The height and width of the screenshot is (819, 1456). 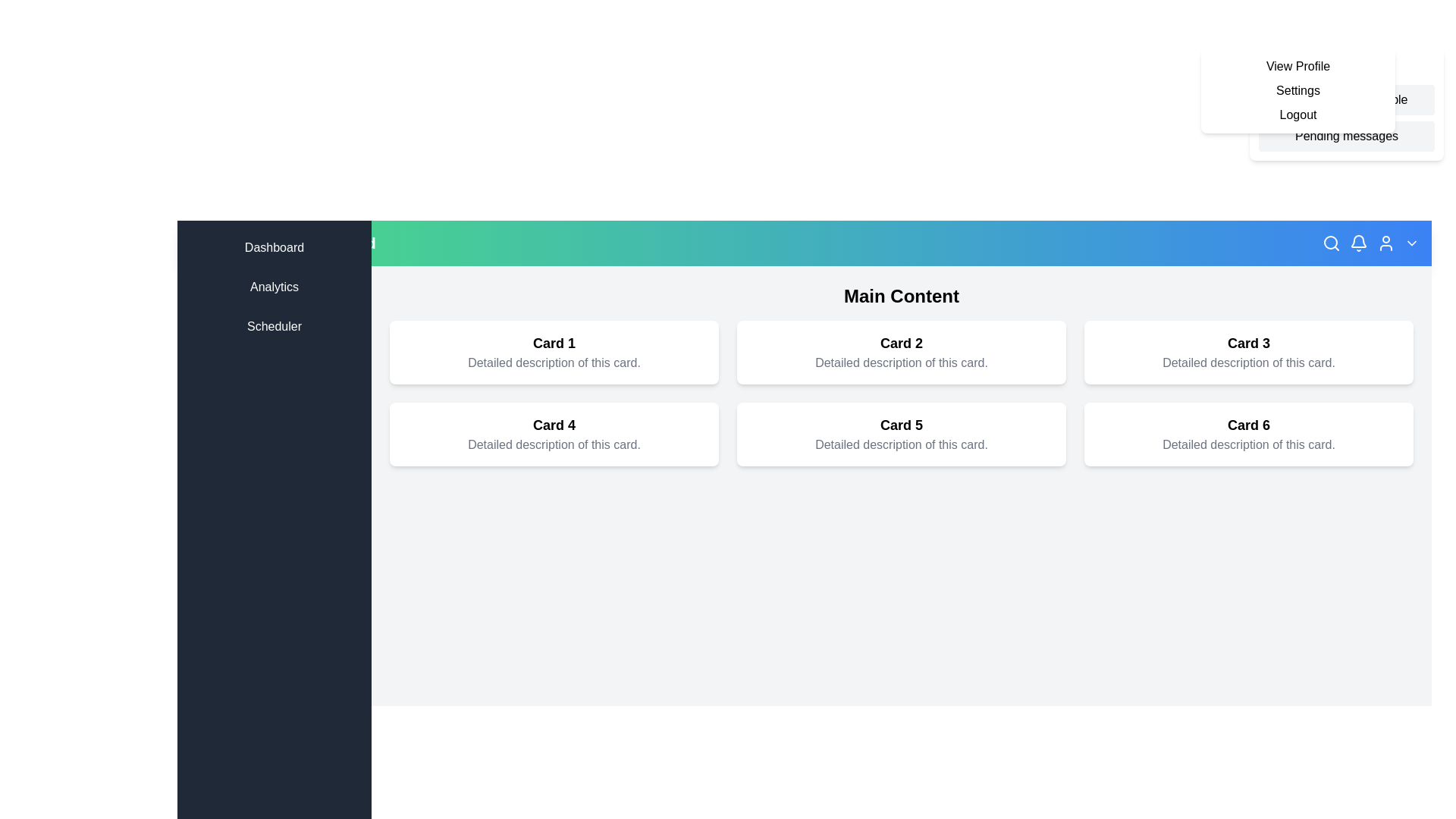 What do you see at coordinates (902, 425) in the screenshot?
I see `the text element styled as a title with the wording 'Card 5', which is bold and large, positioned centrally at the top of its containing card in the second row of a 3x2 grid layout` at bounding box center [902, 425].